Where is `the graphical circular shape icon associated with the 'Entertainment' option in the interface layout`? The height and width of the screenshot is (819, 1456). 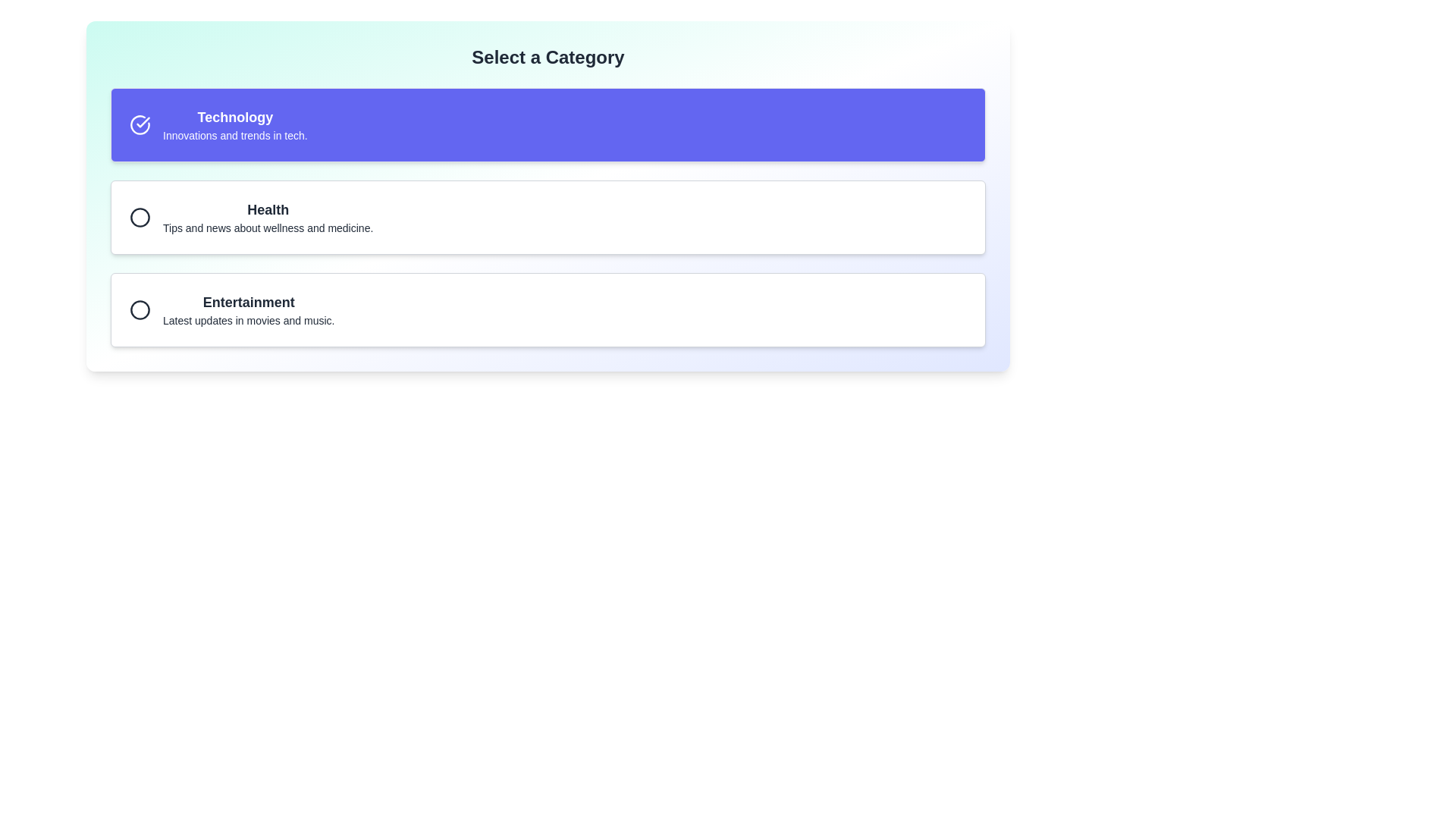
the graphical circular shape icon associated with the 'Entertainment' option in the interface layout is located at coordinates (140, 309).